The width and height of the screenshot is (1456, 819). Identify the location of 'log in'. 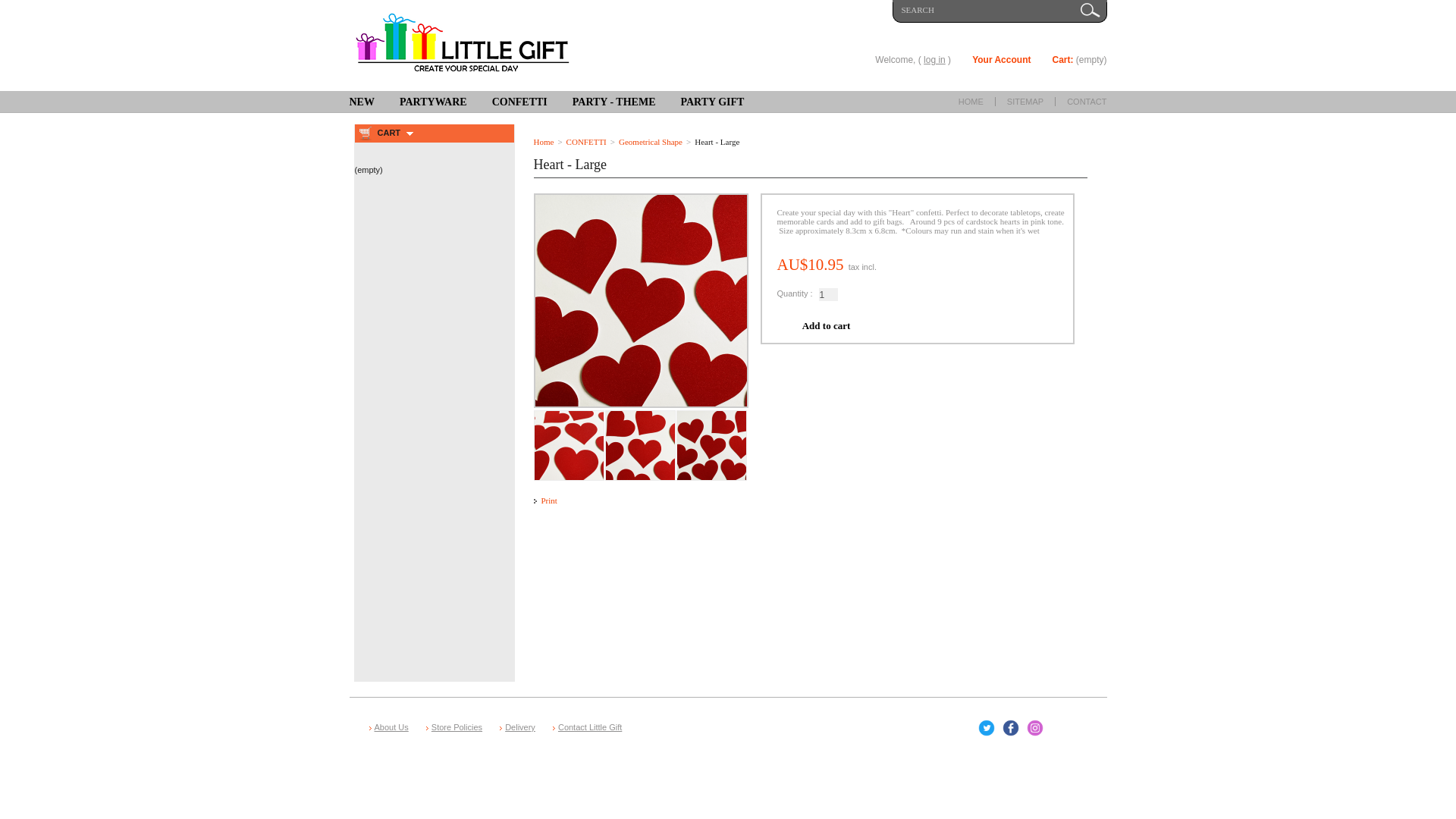
(934, 58).